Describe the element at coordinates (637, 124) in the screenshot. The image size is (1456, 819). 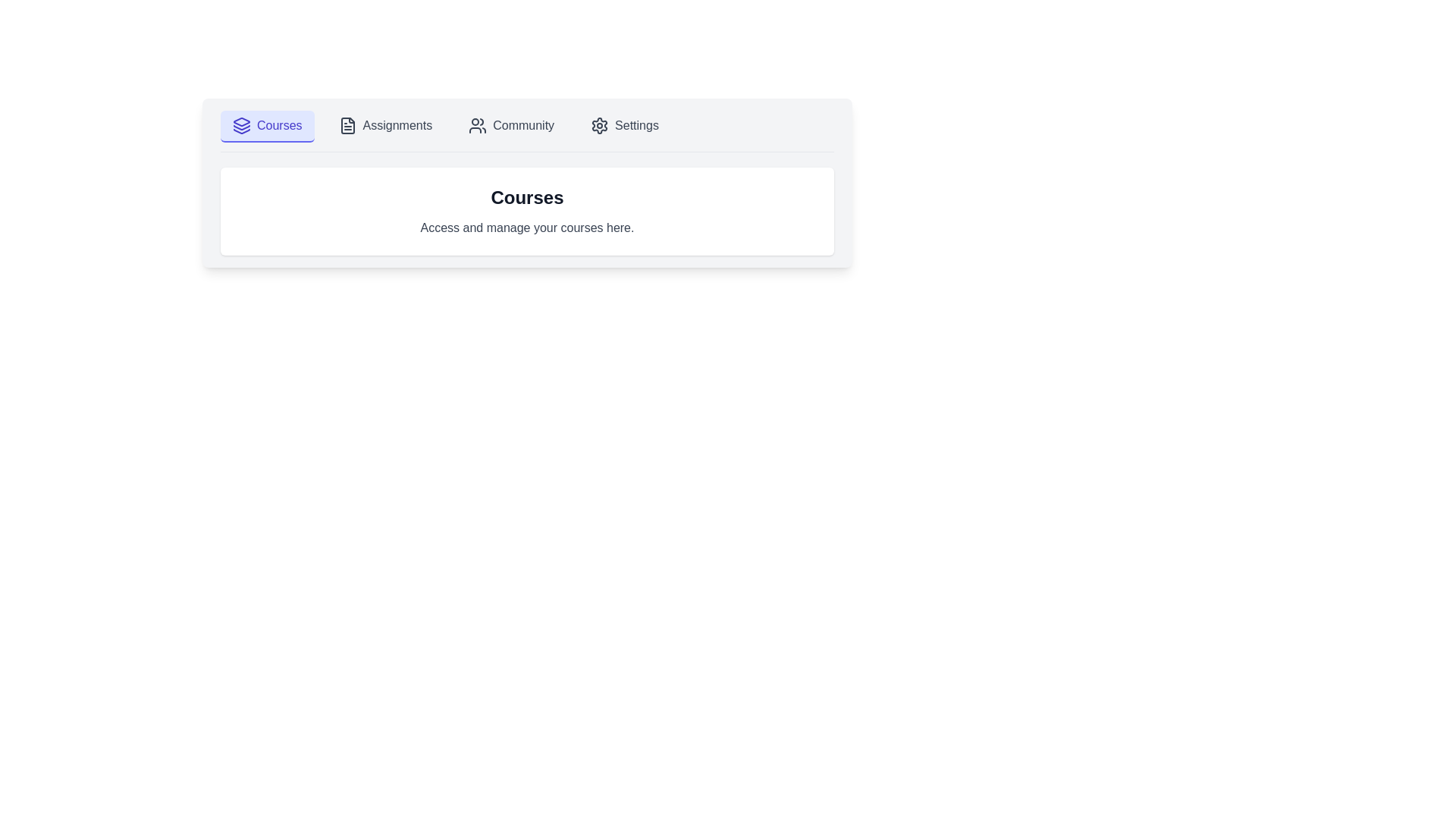
I see `the settings text label located in the top-right portion of the navigation menu bar` at that location.